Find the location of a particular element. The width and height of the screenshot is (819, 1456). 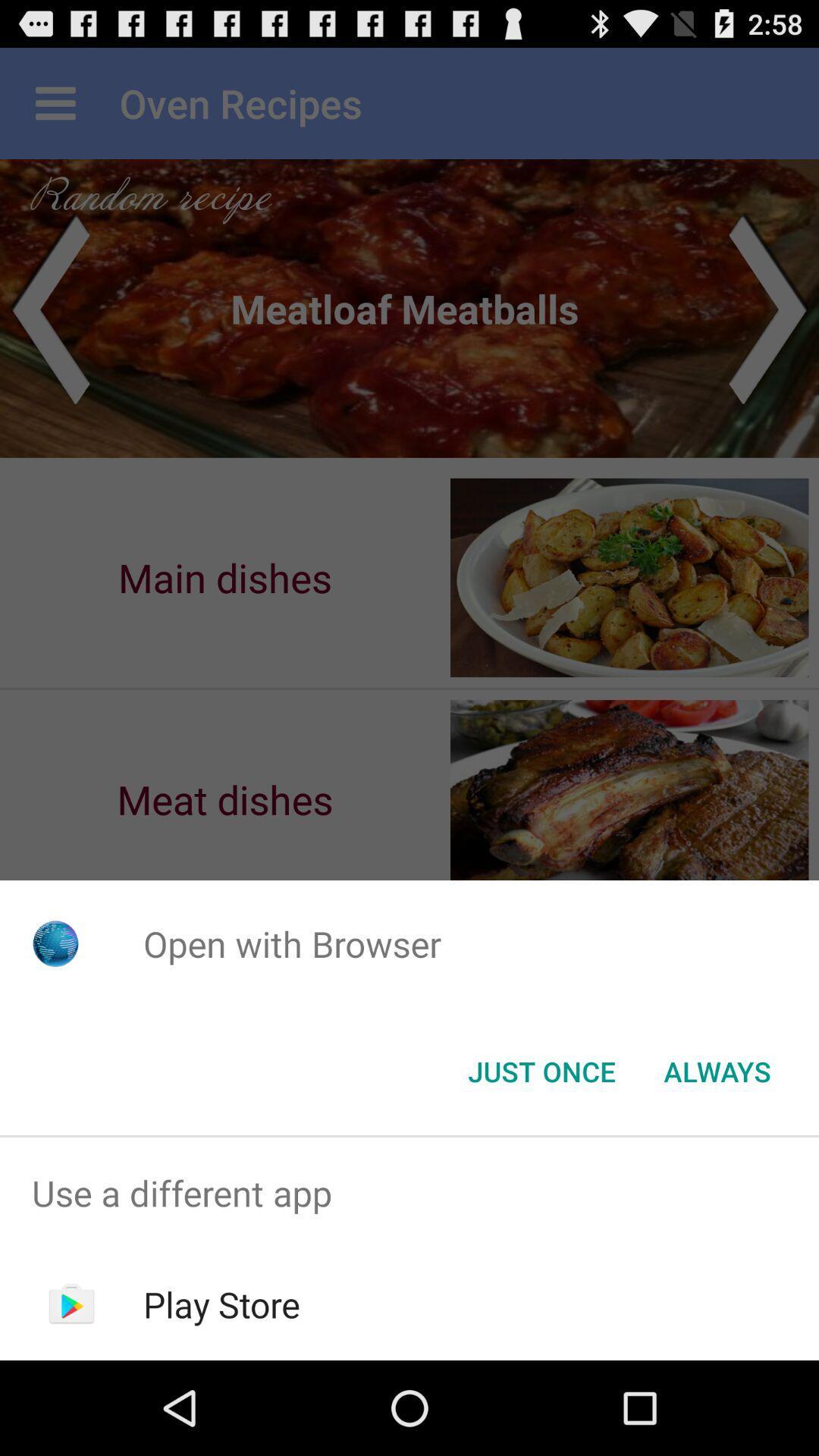

icon below the open with browser app is located at coordinates (541, 1070).